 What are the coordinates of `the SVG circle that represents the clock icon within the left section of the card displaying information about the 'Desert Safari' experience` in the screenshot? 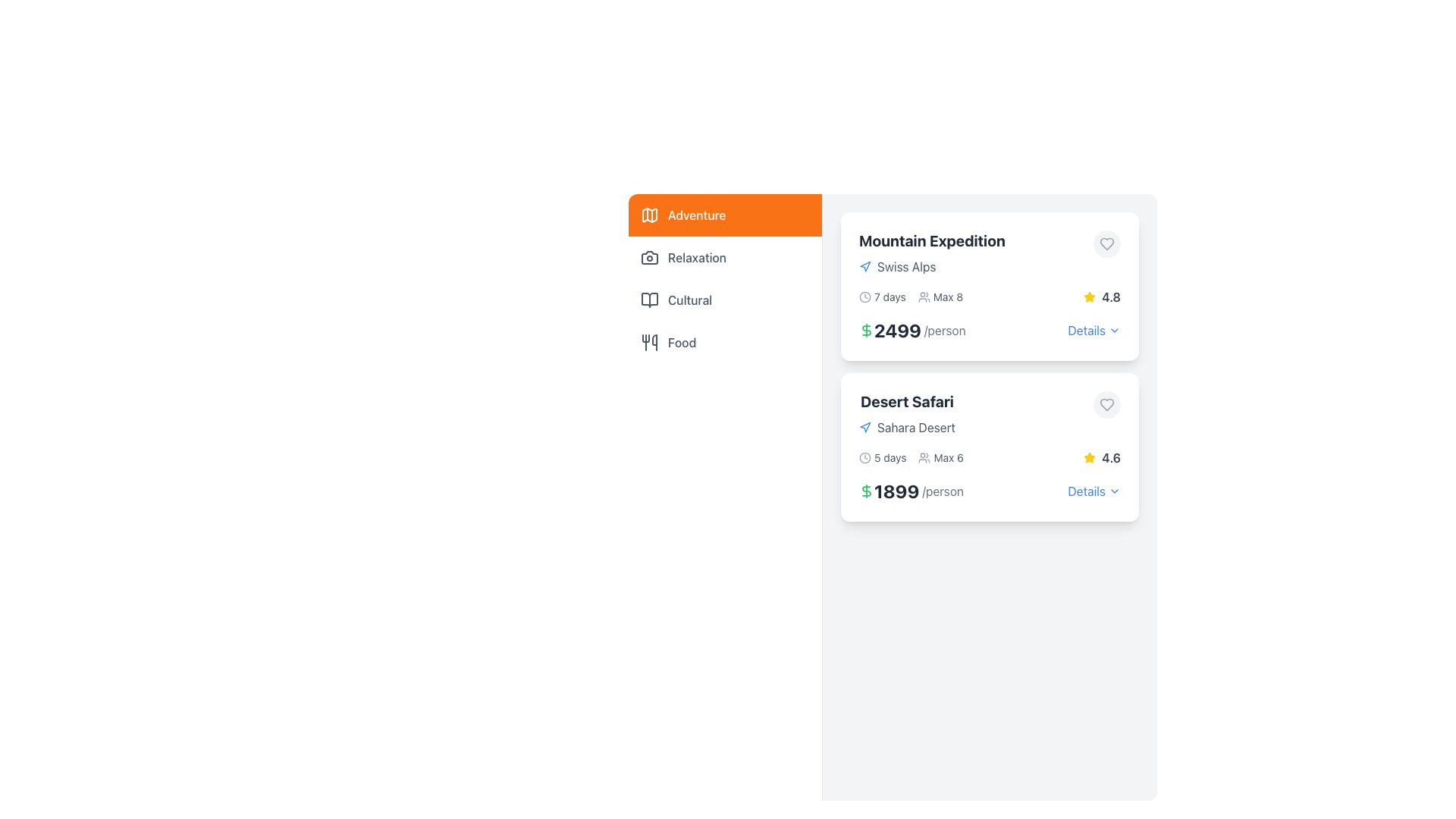 It's located at (865, 457).